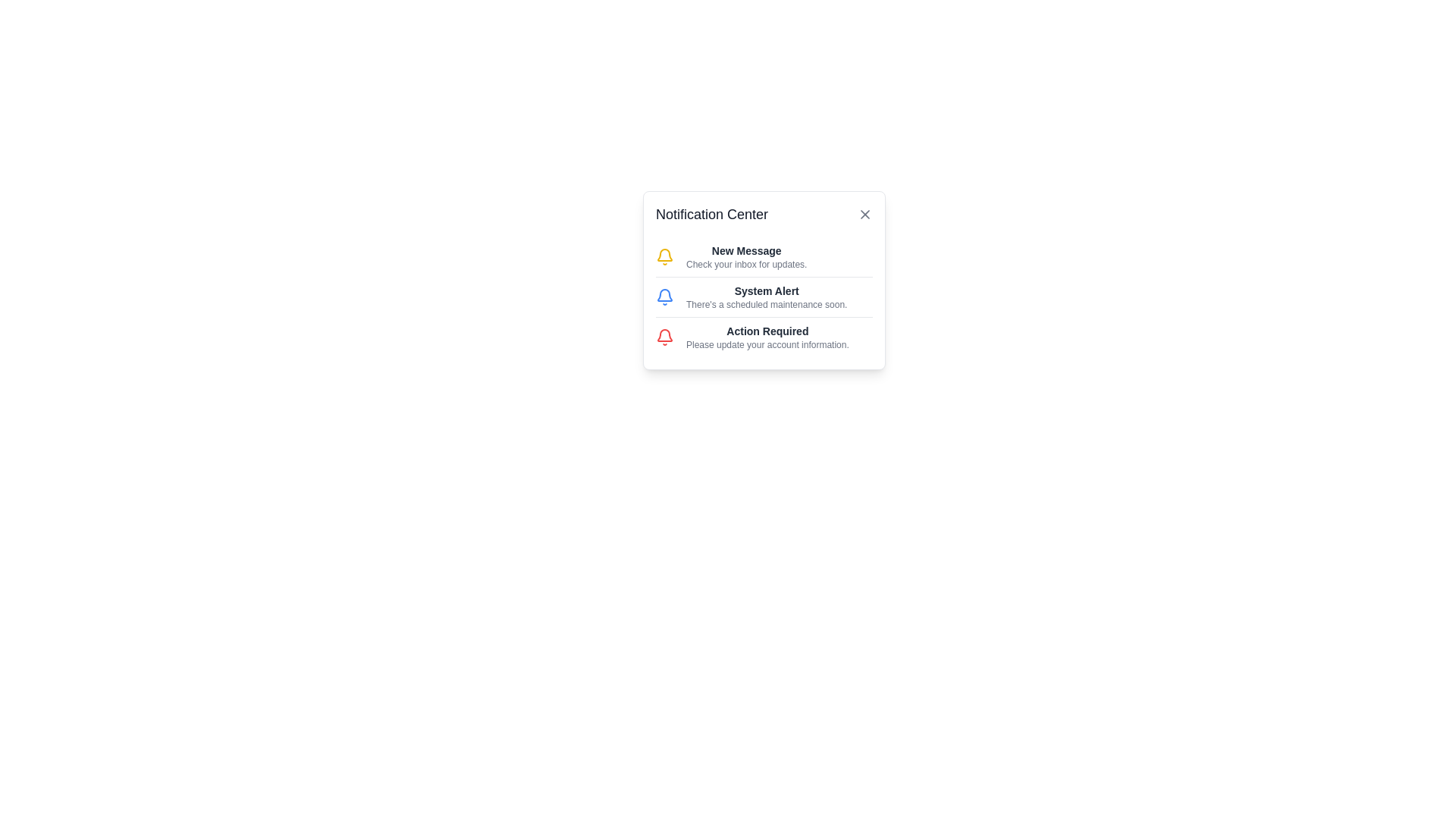  What do you see at coordinates (767, 345) in the screenshot?
I see `the static text element that reads 'Please update your account information.' which is located below the heading 'Action Required' in the notification card` at bounding box center [767, 345].